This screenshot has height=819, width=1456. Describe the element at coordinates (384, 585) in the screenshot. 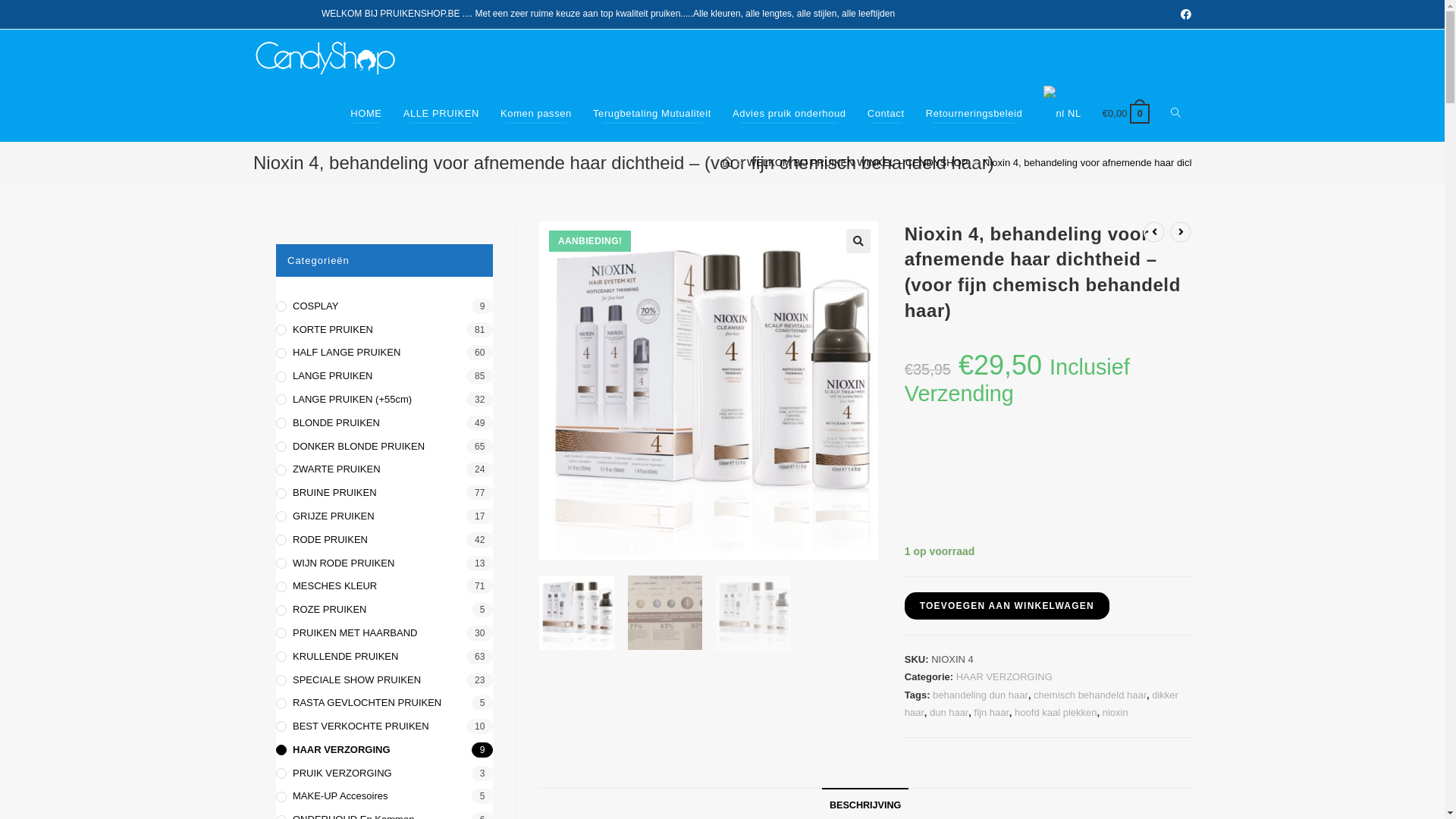

I see `'MESCHES KLEUR'` at that location.